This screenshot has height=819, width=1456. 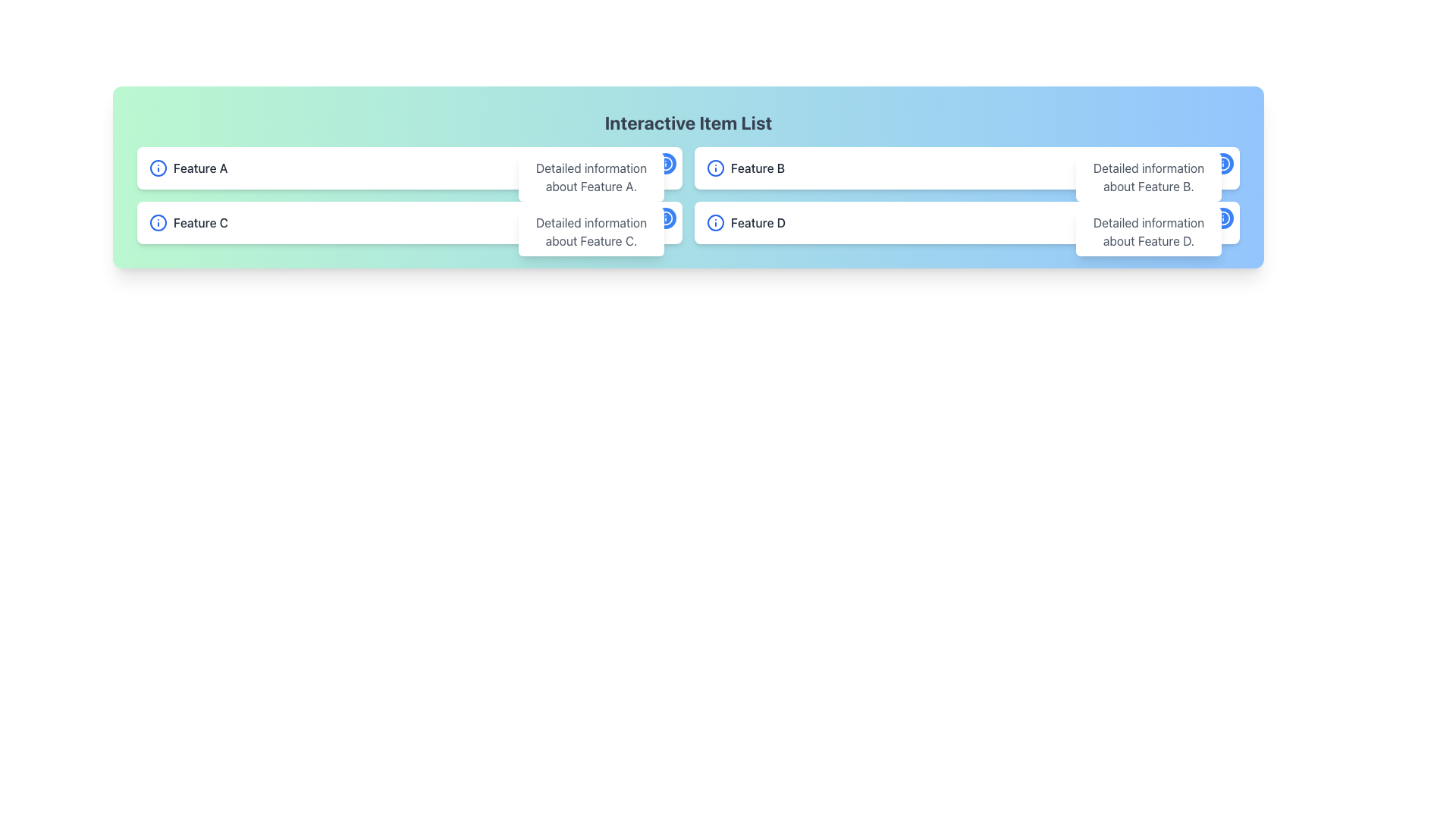 What do you see at coordinates (199, 168) in the screenshot?
I see `the Text Label element displaying 'Feature A', which is aligned to the left in a vertical list with a soft green background` at bounding box center [199, 168].